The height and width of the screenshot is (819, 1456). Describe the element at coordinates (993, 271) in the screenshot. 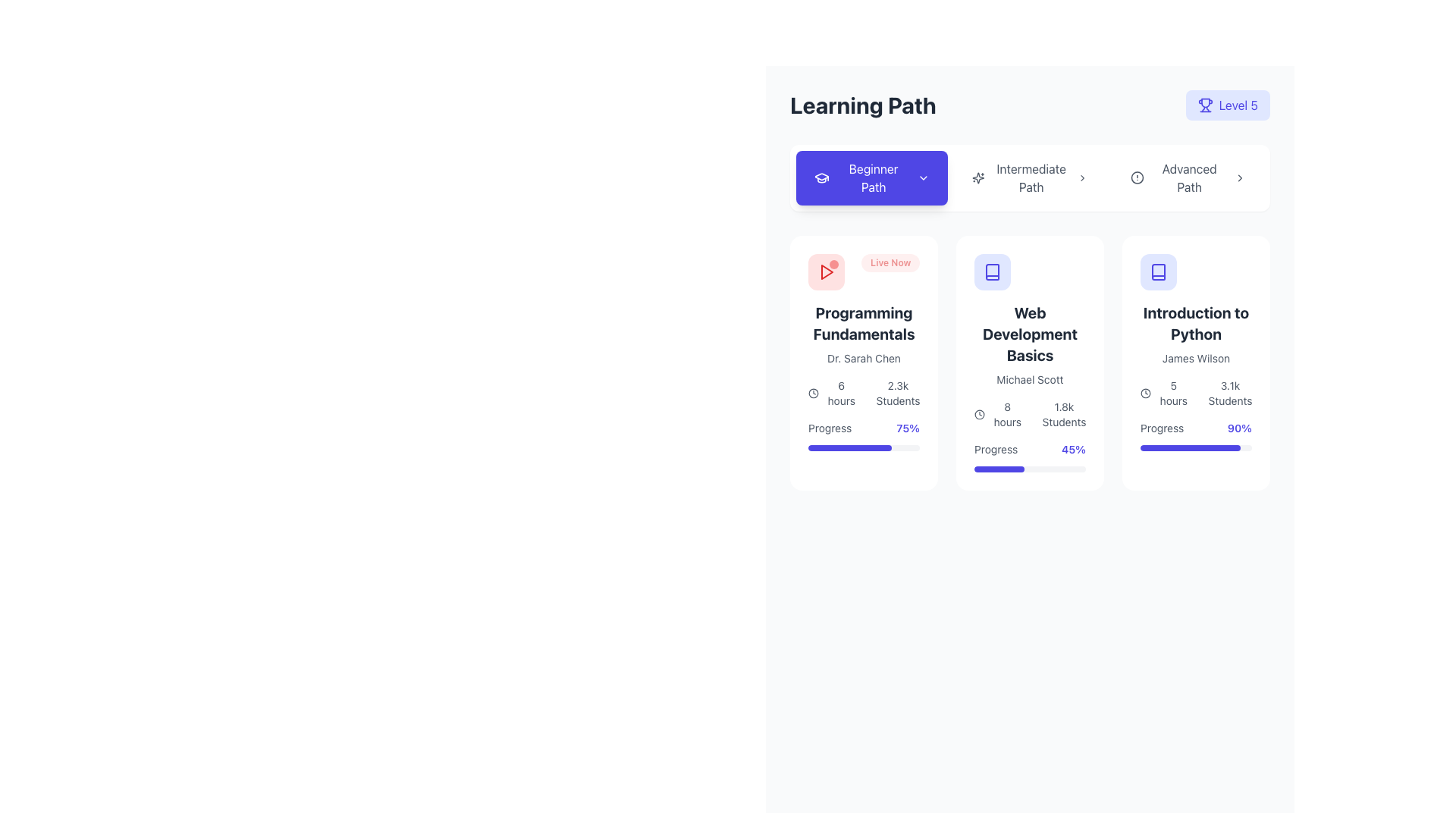

I see `the central icon representing the educational theme in the card titled 'Web Development Basics', located in the middle of the second card from the left` at that location.